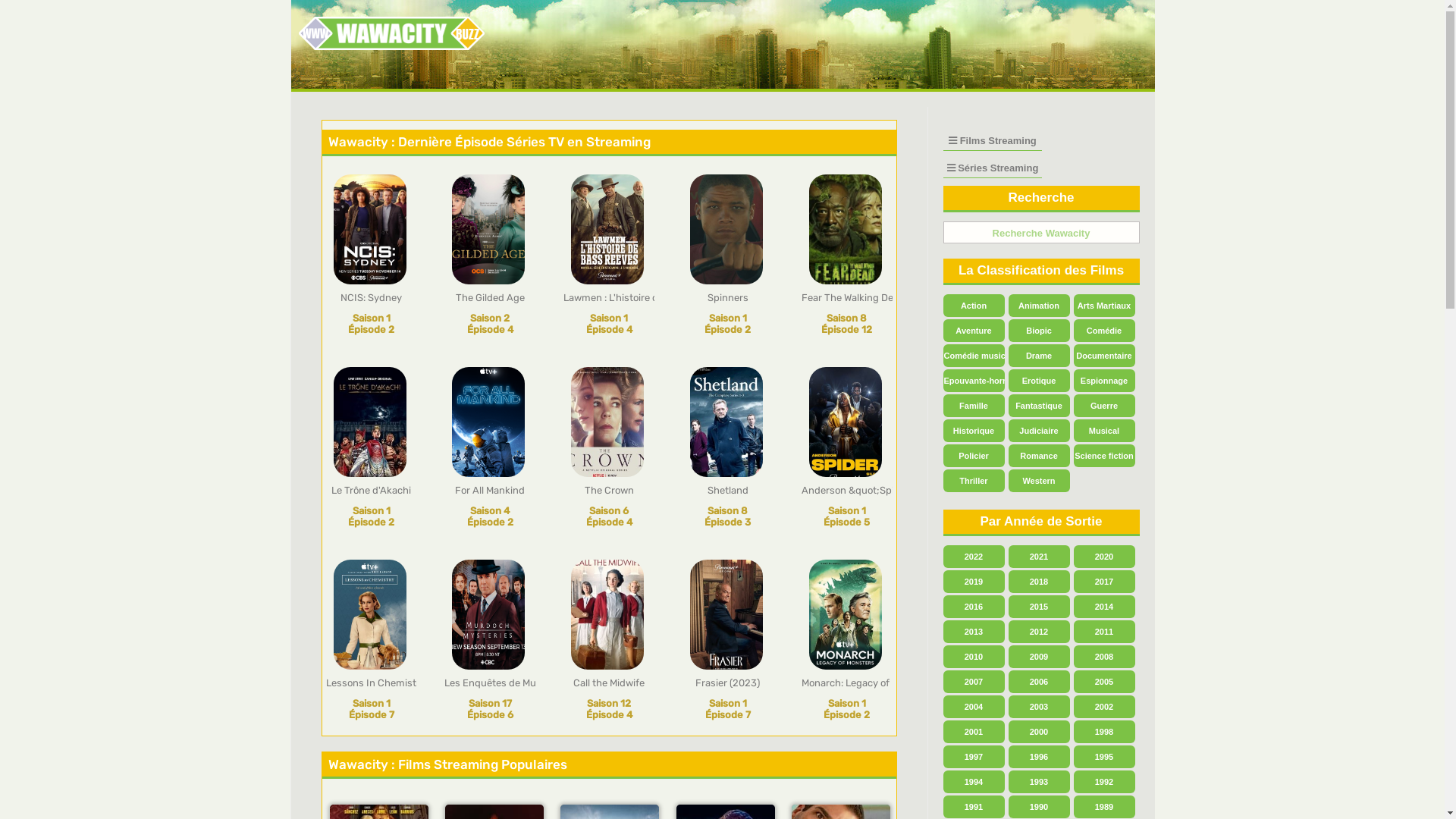 This screenshot has height=819, width=1456. What do you see at coordinates (974, 480) in the screenshot?
I see `'Thriller'` at bounding box center [974, 480].